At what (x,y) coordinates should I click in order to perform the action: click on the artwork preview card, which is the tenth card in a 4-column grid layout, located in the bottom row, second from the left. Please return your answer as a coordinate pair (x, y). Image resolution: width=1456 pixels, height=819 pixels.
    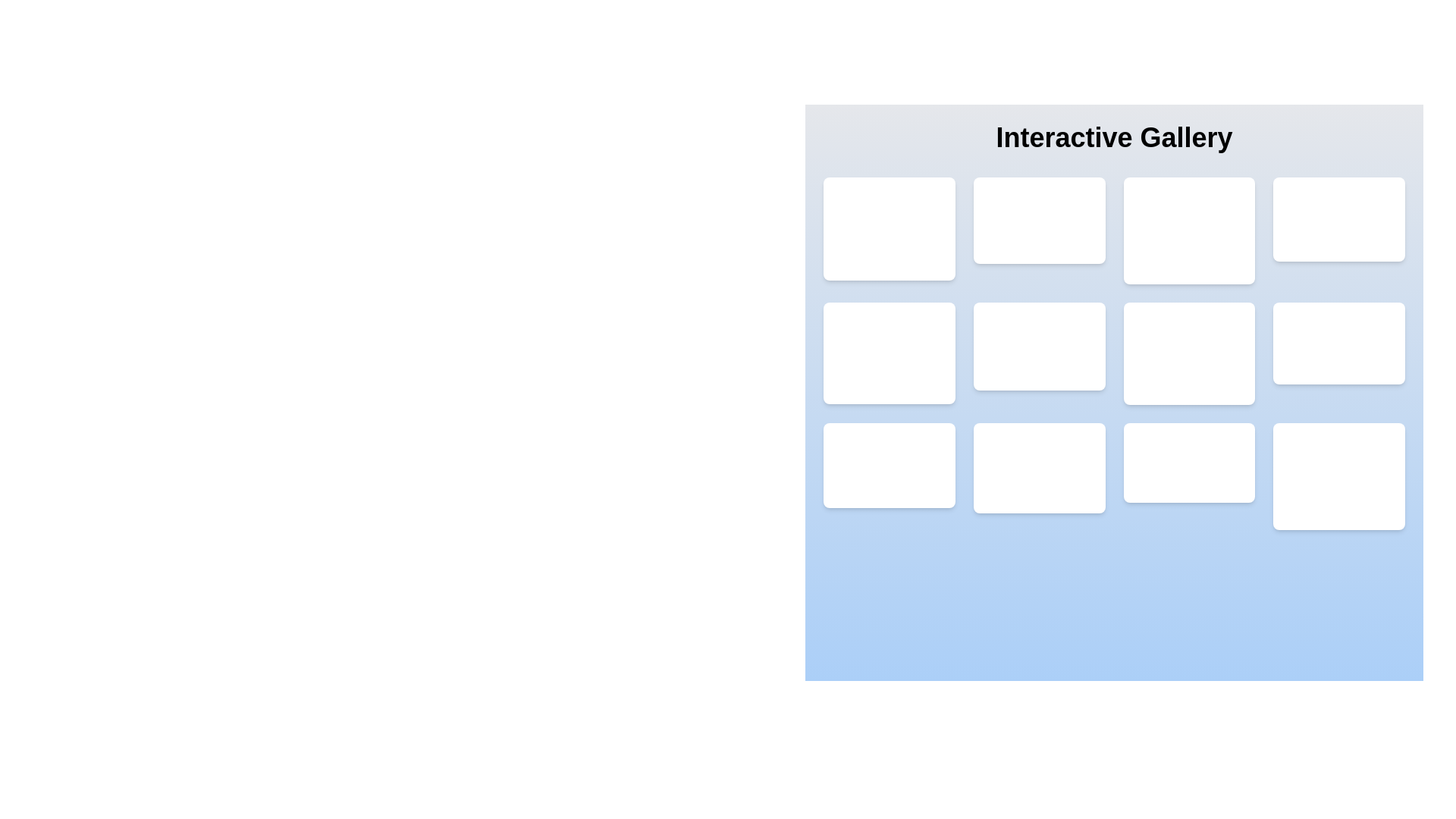
    Looking at the image, I should click on (1038, 467).